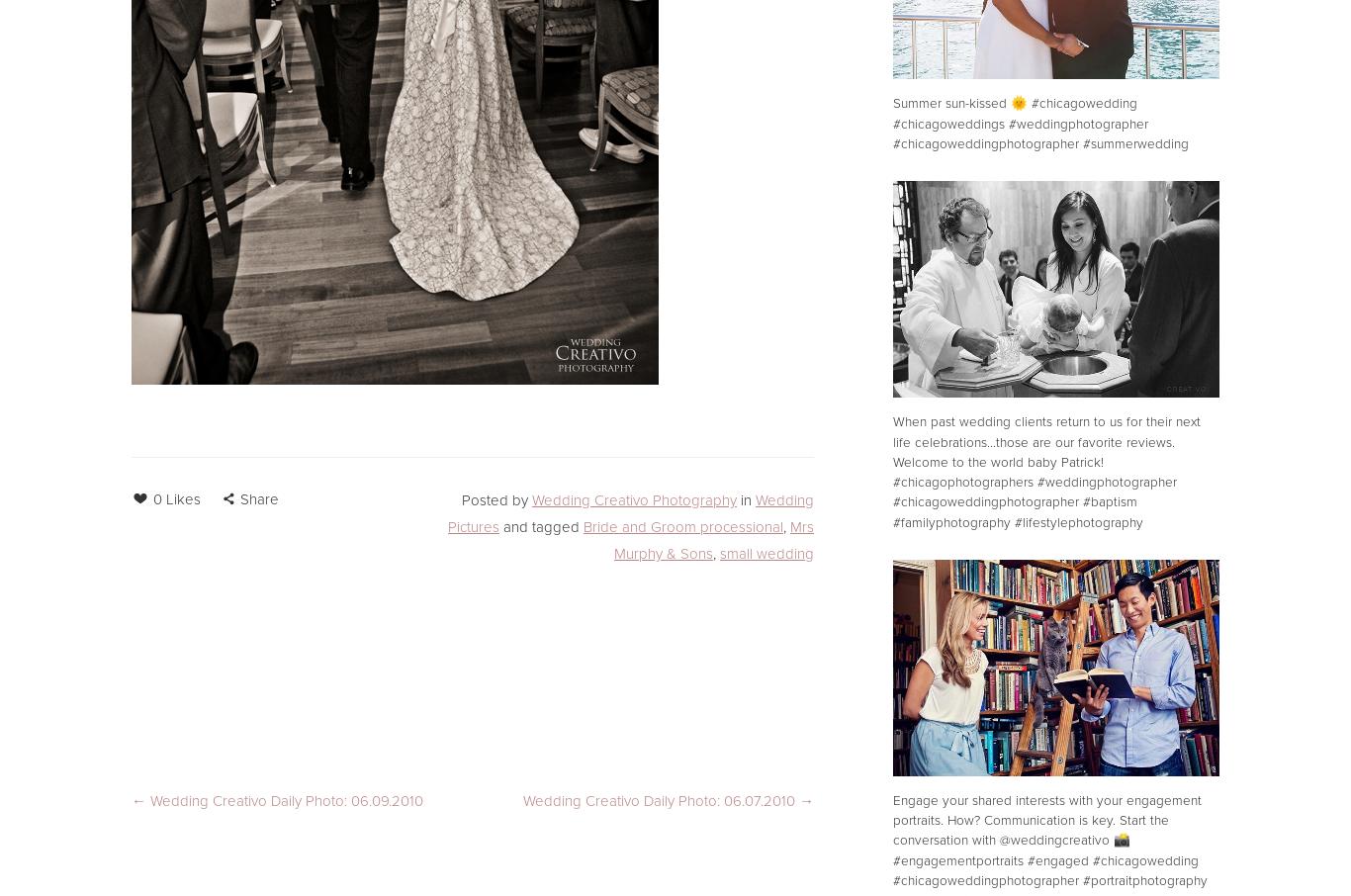 This screenshot has width=1351, height=896. Describe the element at coordinates (287, 800) in the screenshot. I see `'Wedding Creativo Daily Photo: 06.09.2010'` at that location.